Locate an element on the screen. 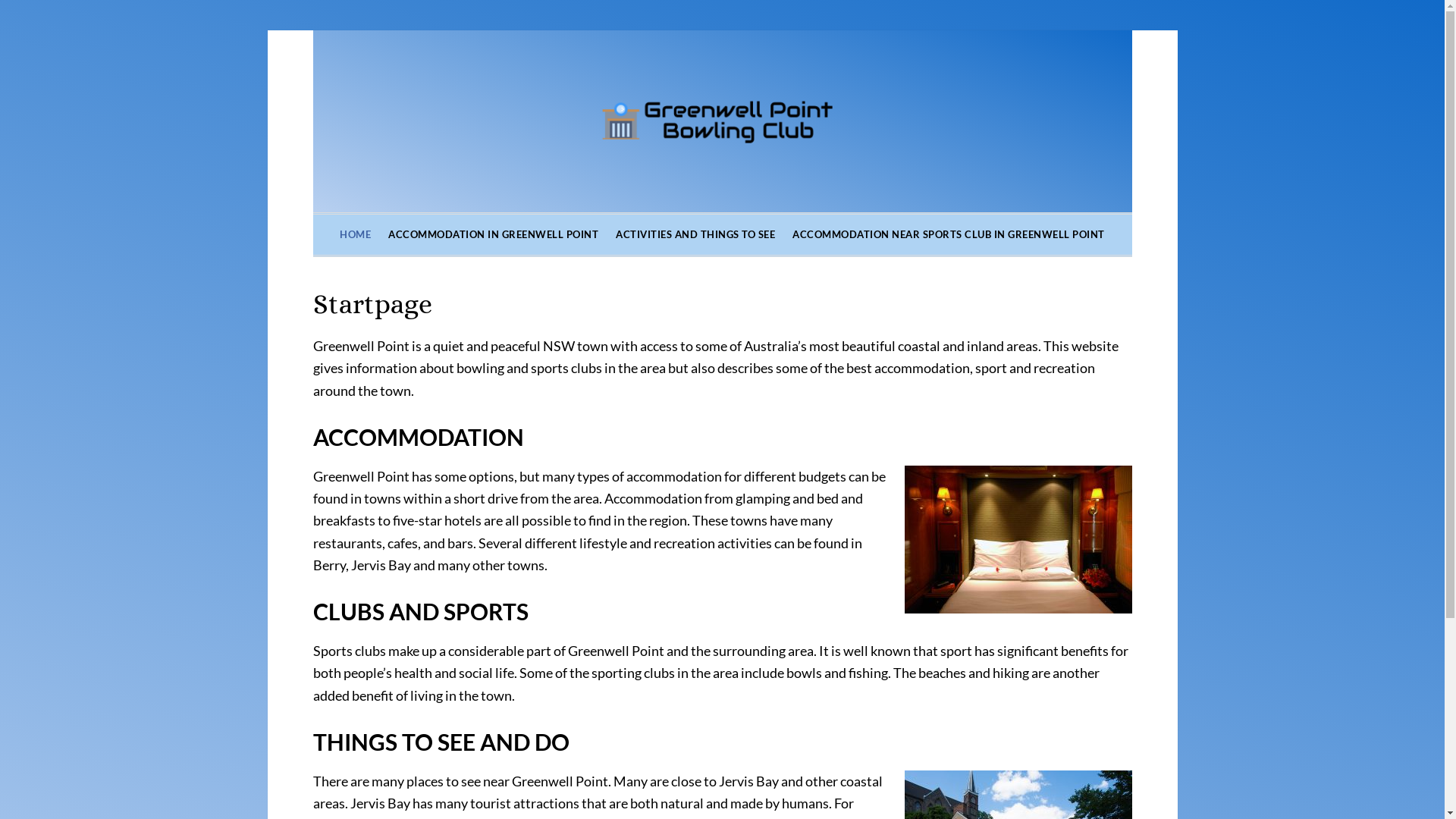  'ACTIVITIES AND THINGS TO SEE' is located at coordinates (694, 234).